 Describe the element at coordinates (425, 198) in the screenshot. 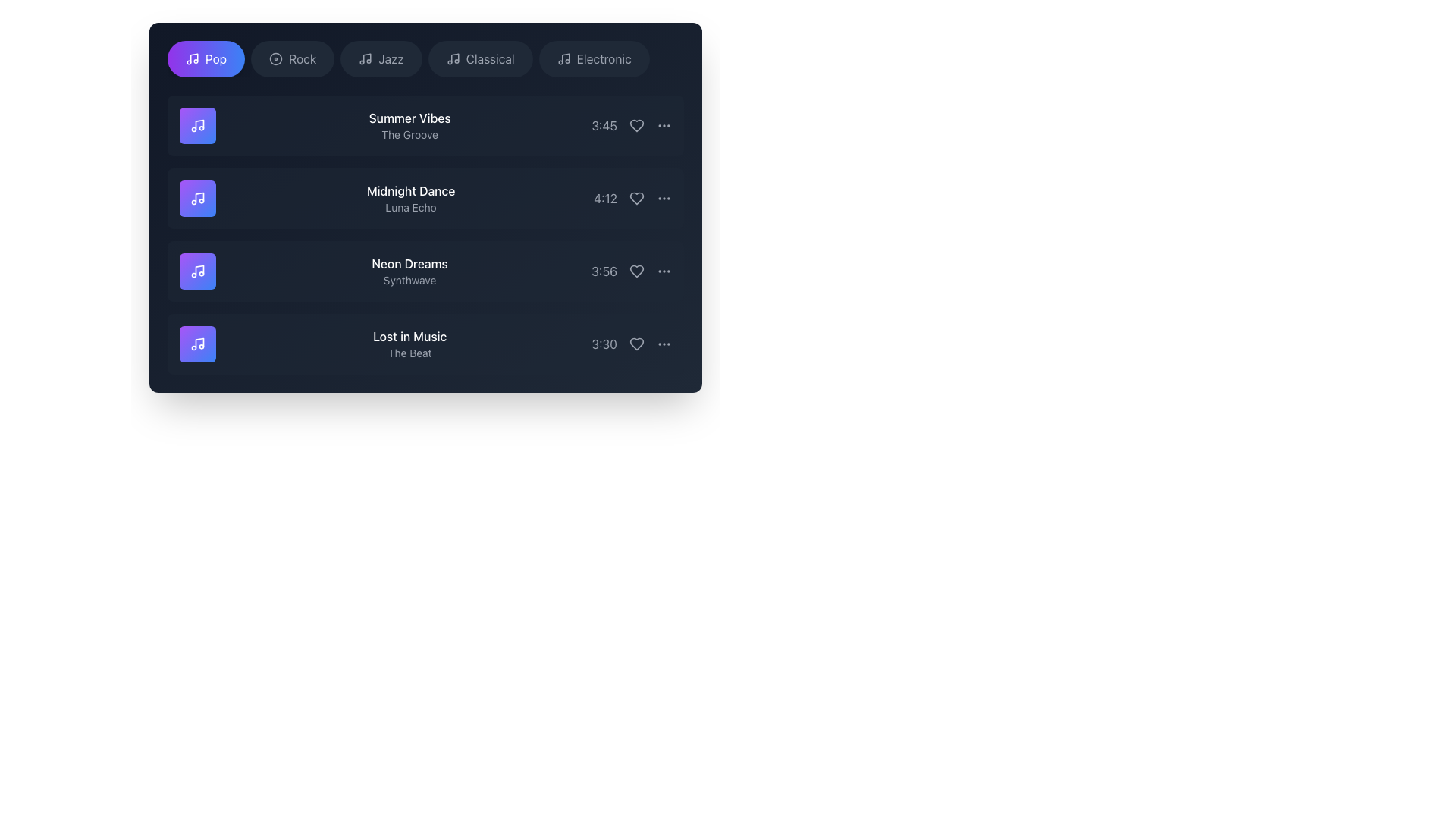

I see `the title 'Midnight Dance' of the second card in the list` at that location.